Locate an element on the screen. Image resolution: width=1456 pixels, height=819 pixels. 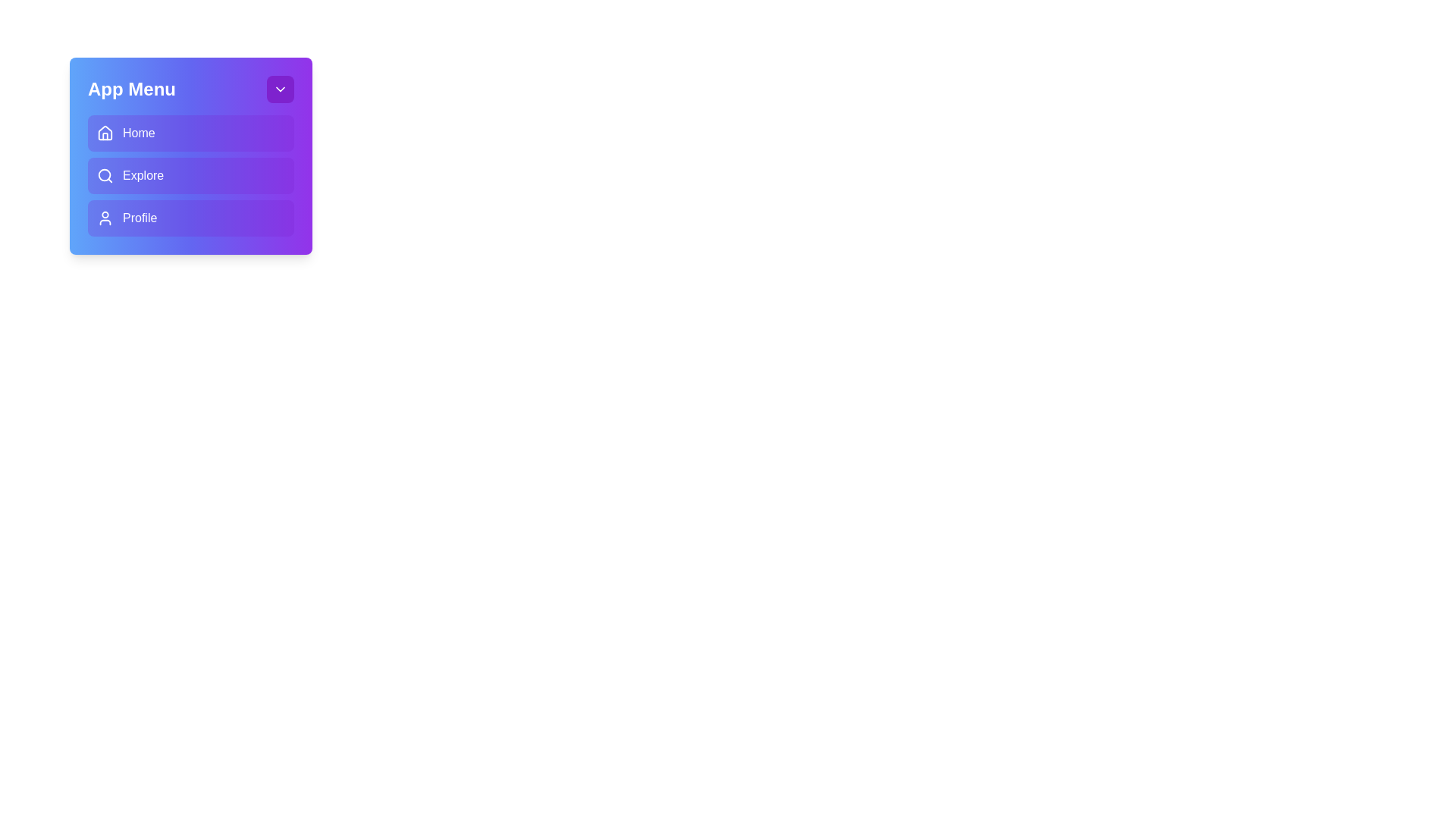
the inner circular graphical element of the search icon, which is identified as a 'lucide-search' icon located near the top-right corner of the interface is located at coordinates (104, 174).